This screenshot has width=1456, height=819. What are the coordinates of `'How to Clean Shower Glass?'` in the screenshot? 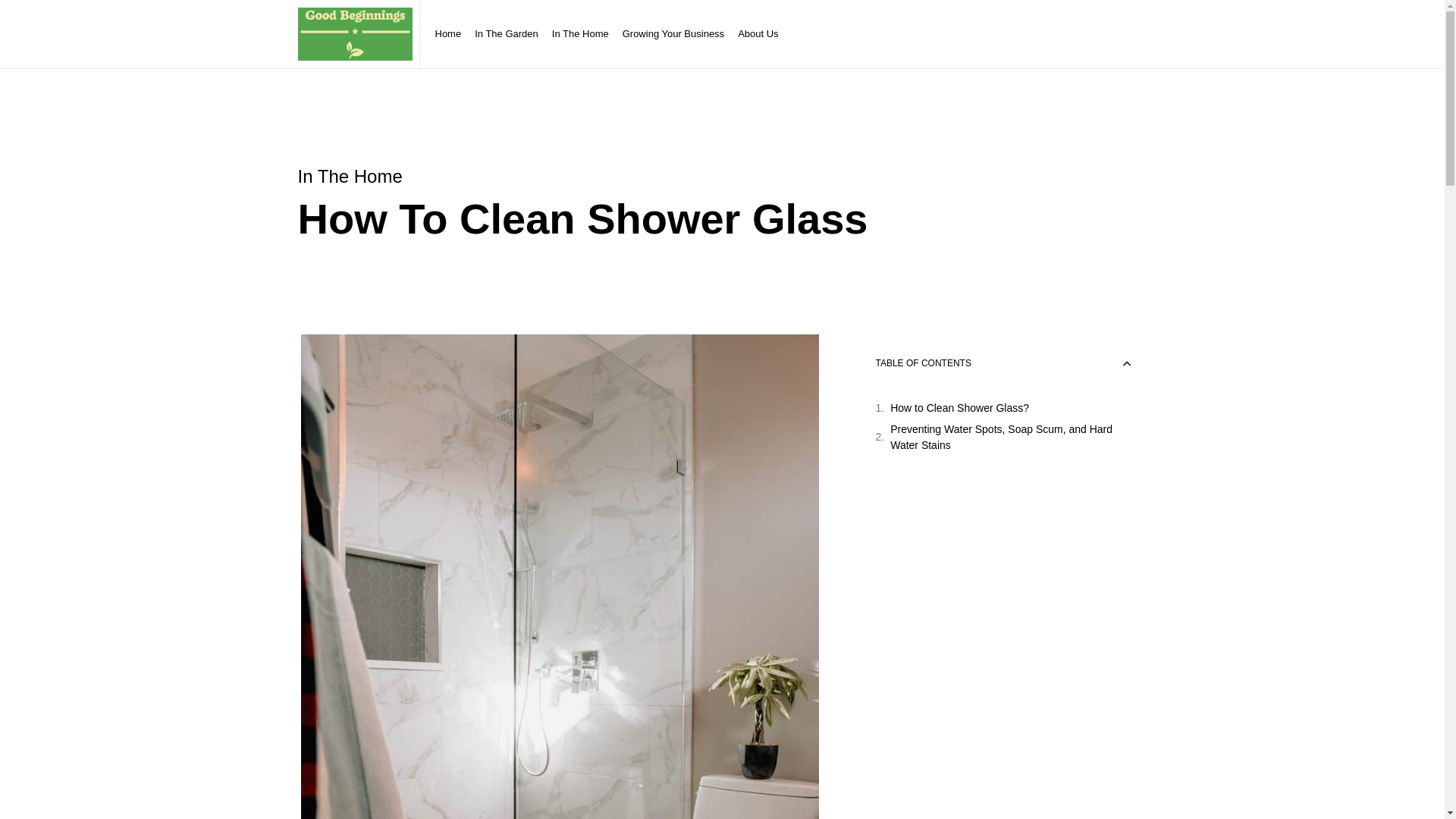 It's located at (959, 407).